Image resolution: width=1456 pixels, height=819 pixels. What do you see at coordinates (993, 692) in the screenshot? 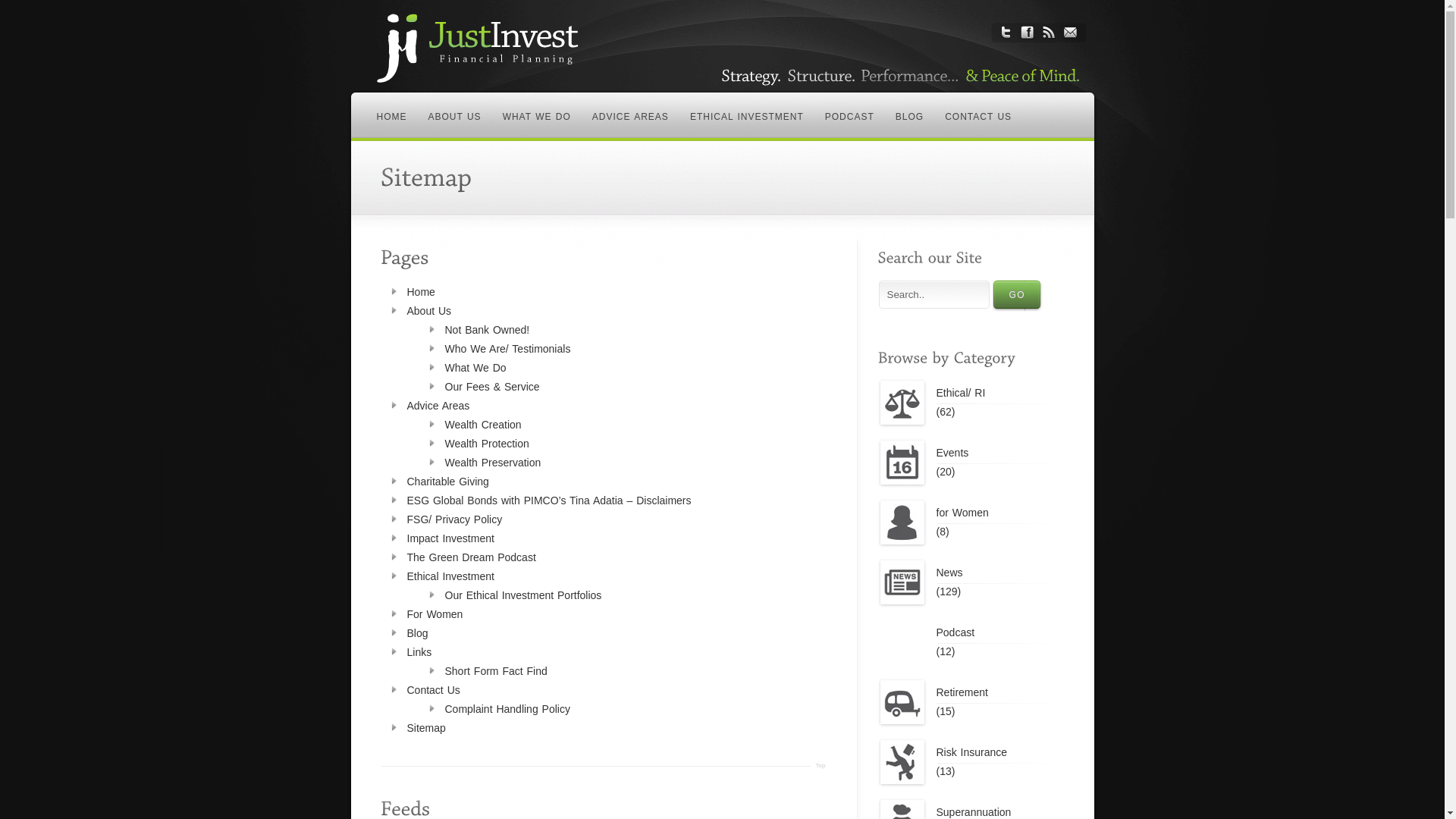
I see `'Retirement'` at bounding box center [993, 692].